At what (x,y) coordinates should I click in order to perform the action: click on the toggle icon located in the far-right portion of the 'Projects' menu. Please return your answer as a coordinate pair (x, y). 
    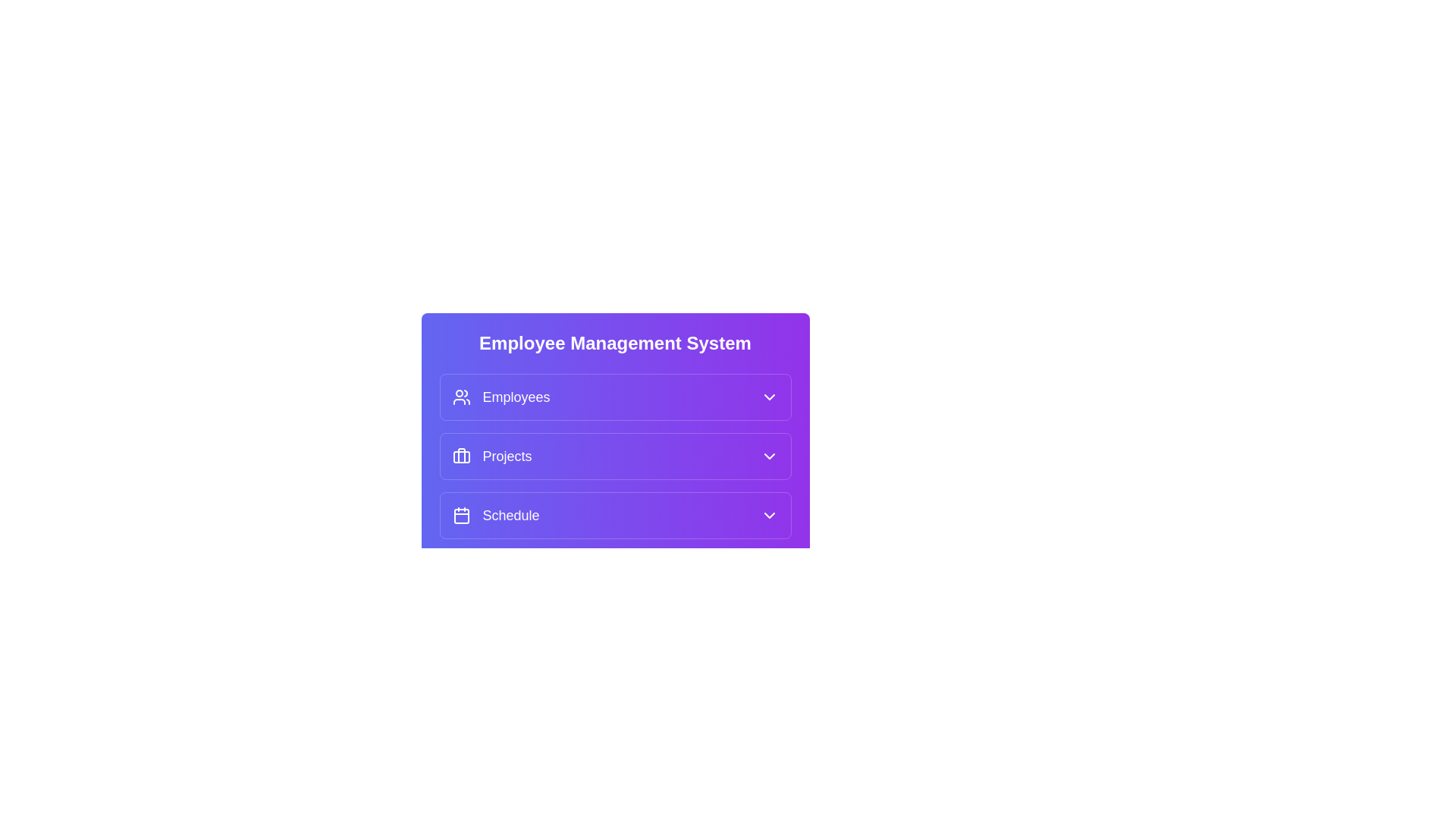
    Looking at the image, I should click on (769, 455).